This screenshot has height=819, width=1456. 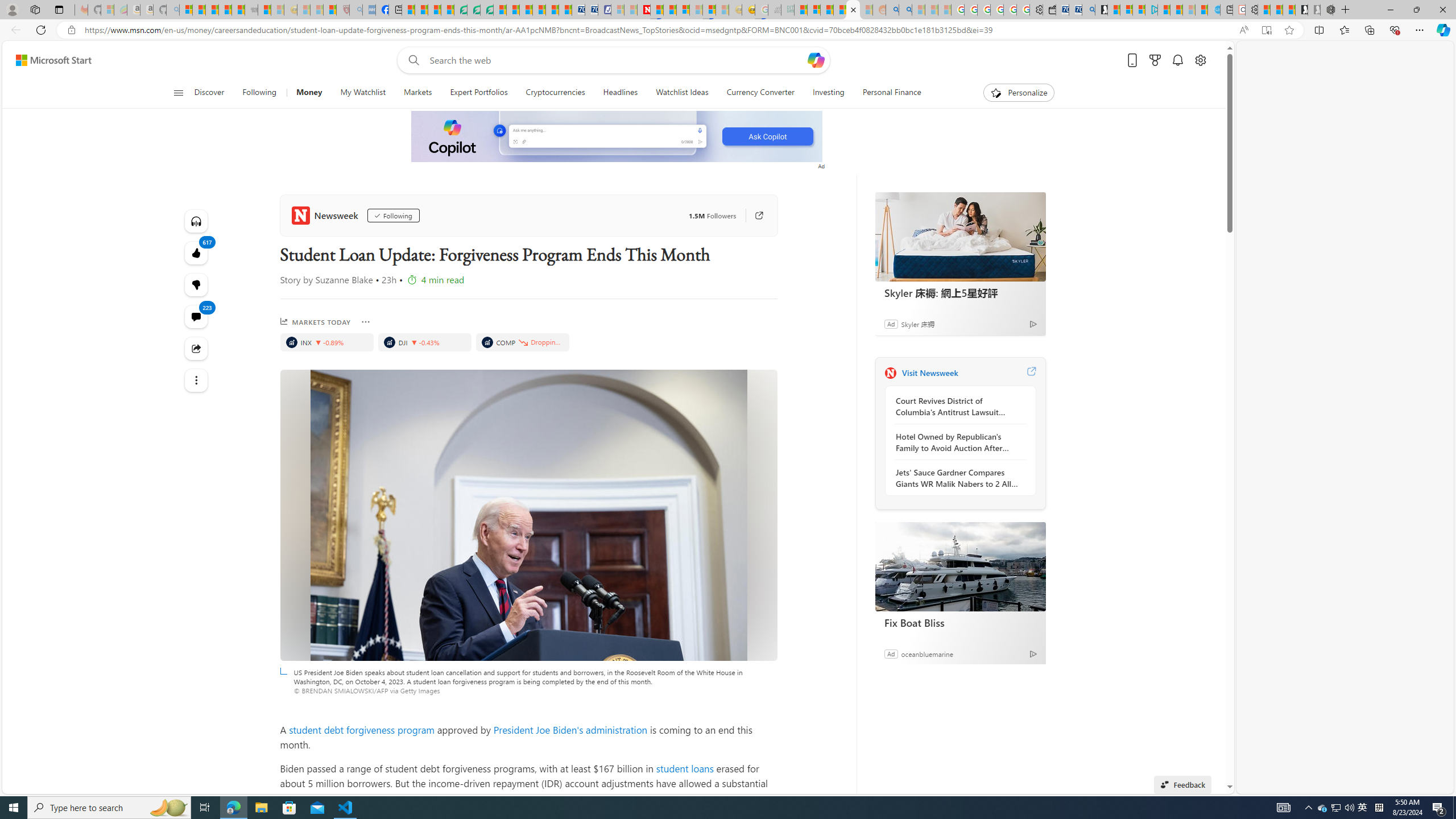 What do you see at coordinates (621, 92) in the screenshot?
I see `'Headlines'` at bounding box center [621, 92].